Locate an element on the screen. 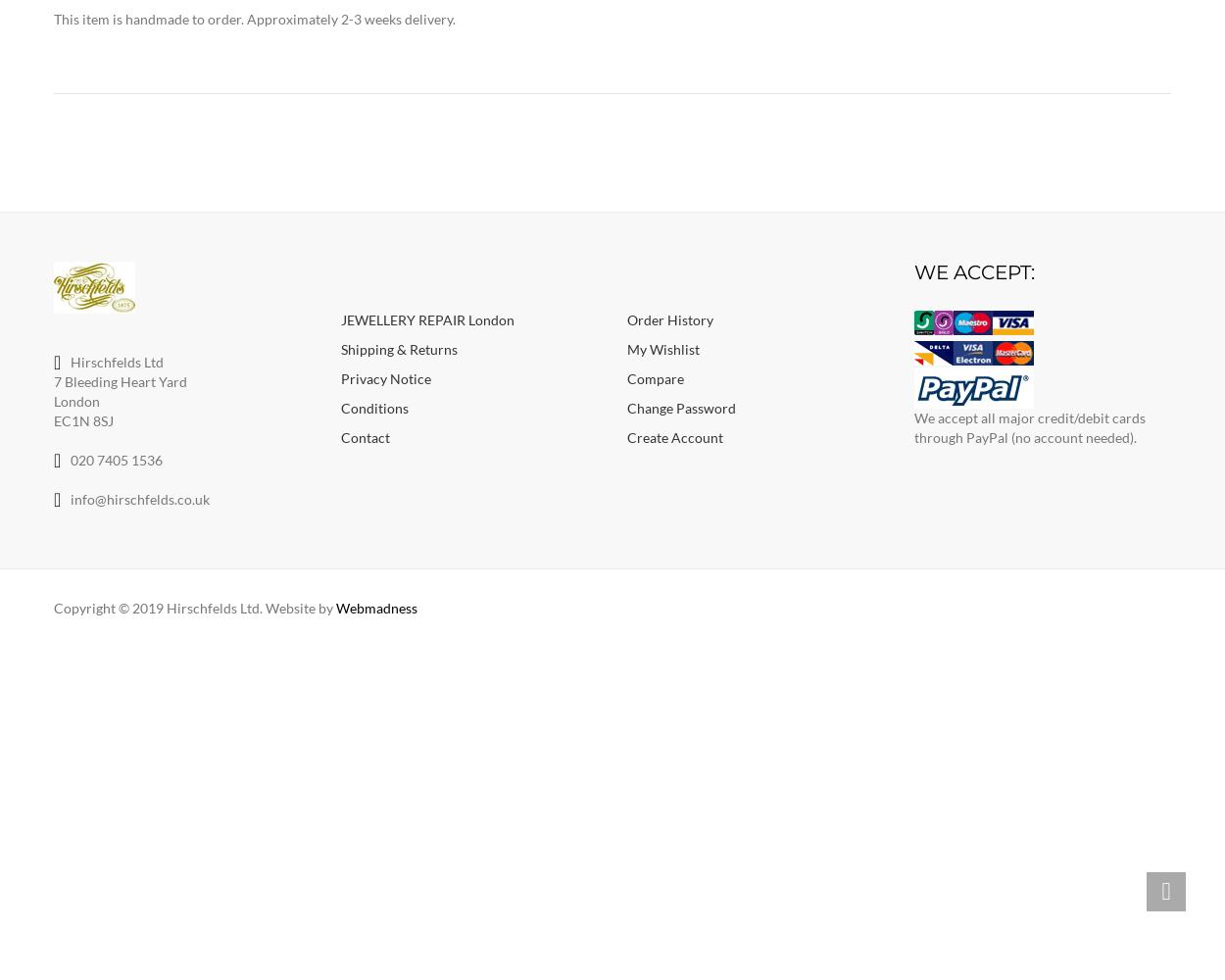 This screenshot has height=980, width=1225. 'Contact' is located at coordinates (363, 435).